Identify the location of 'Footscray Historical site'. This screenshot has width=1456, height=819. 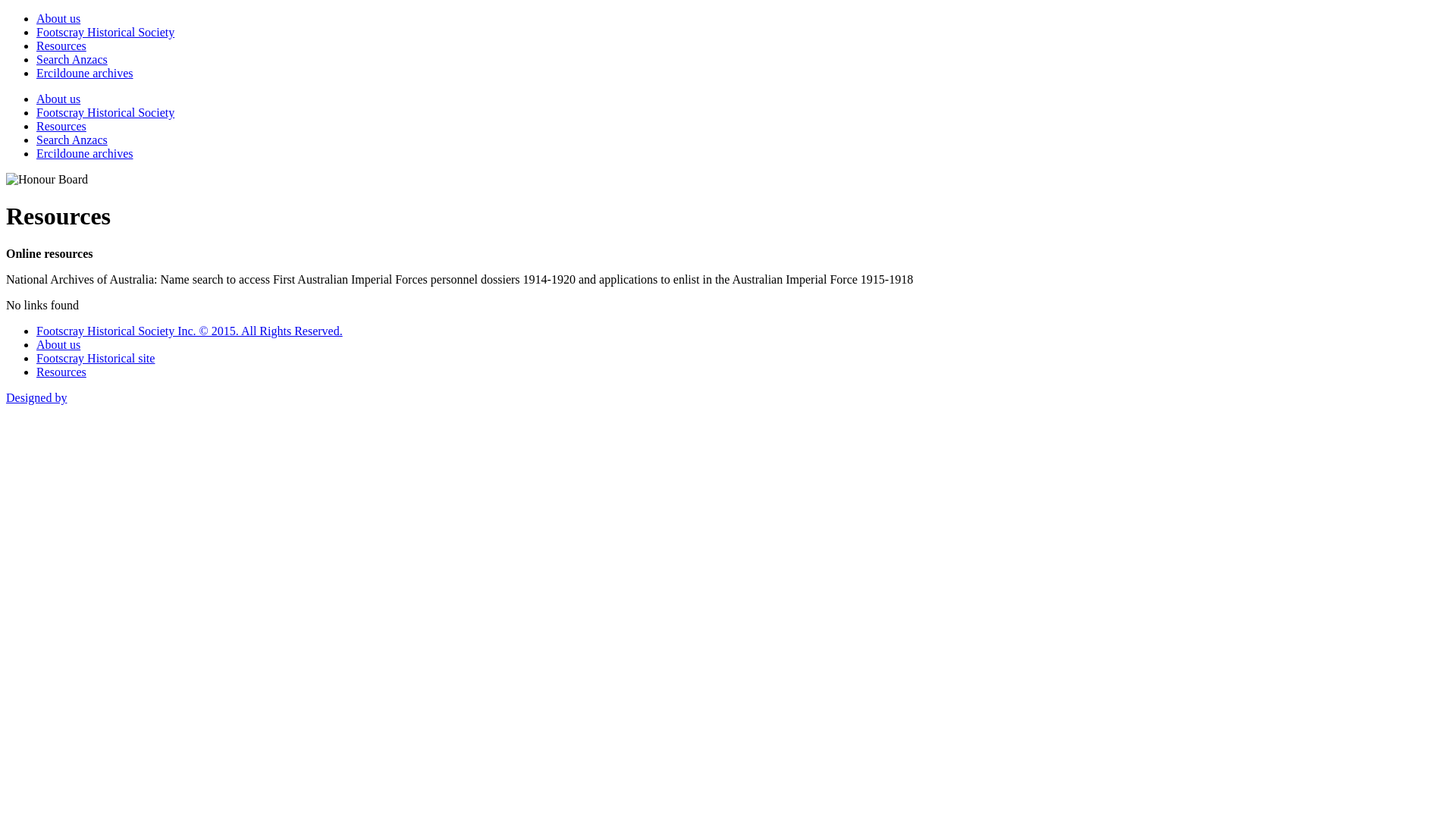
(94, 358).